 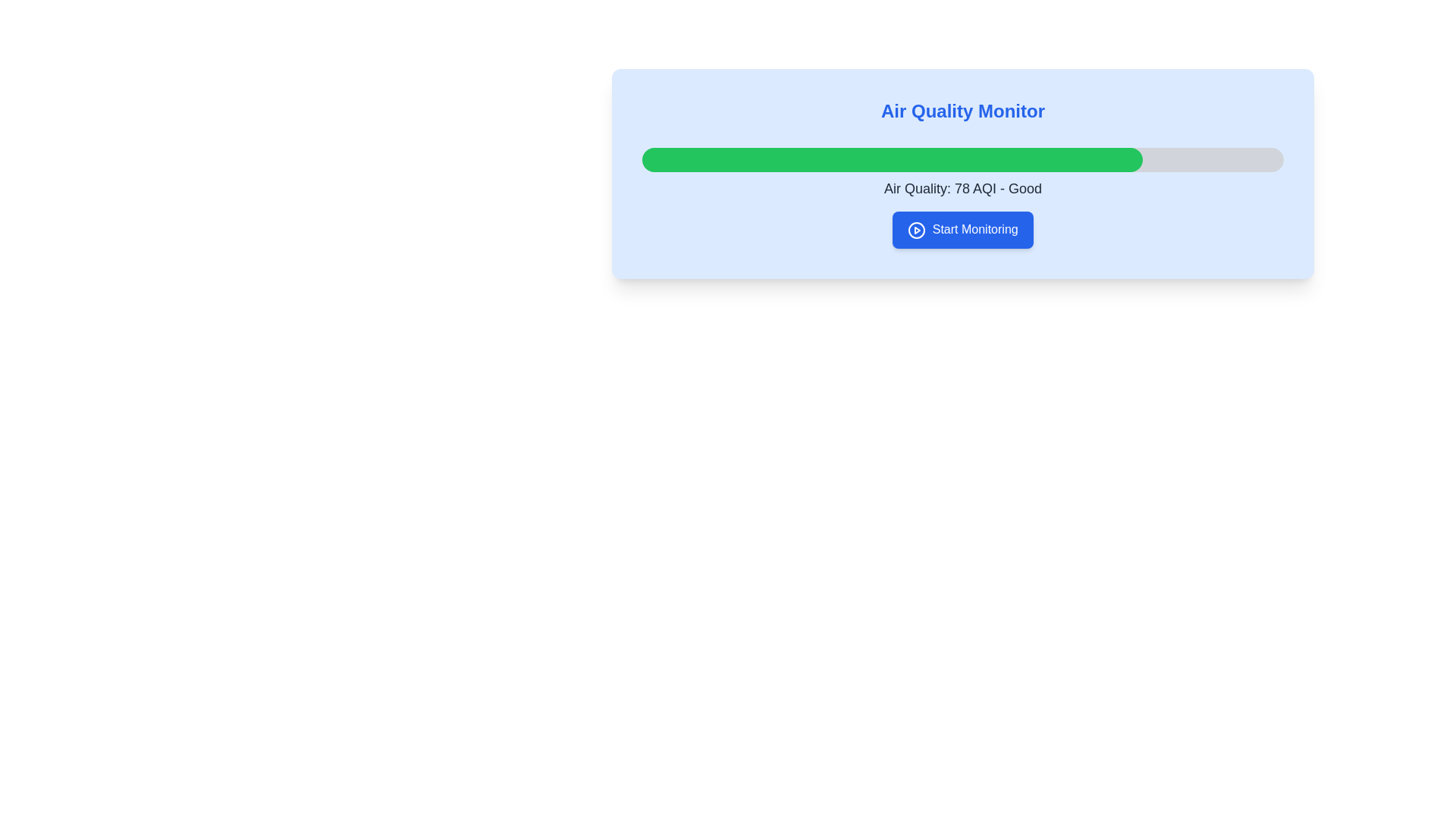 I want to click on the monitoring button located below the progress bar and air quality details to initiate the monitoring process, so click(x=961, y=230).